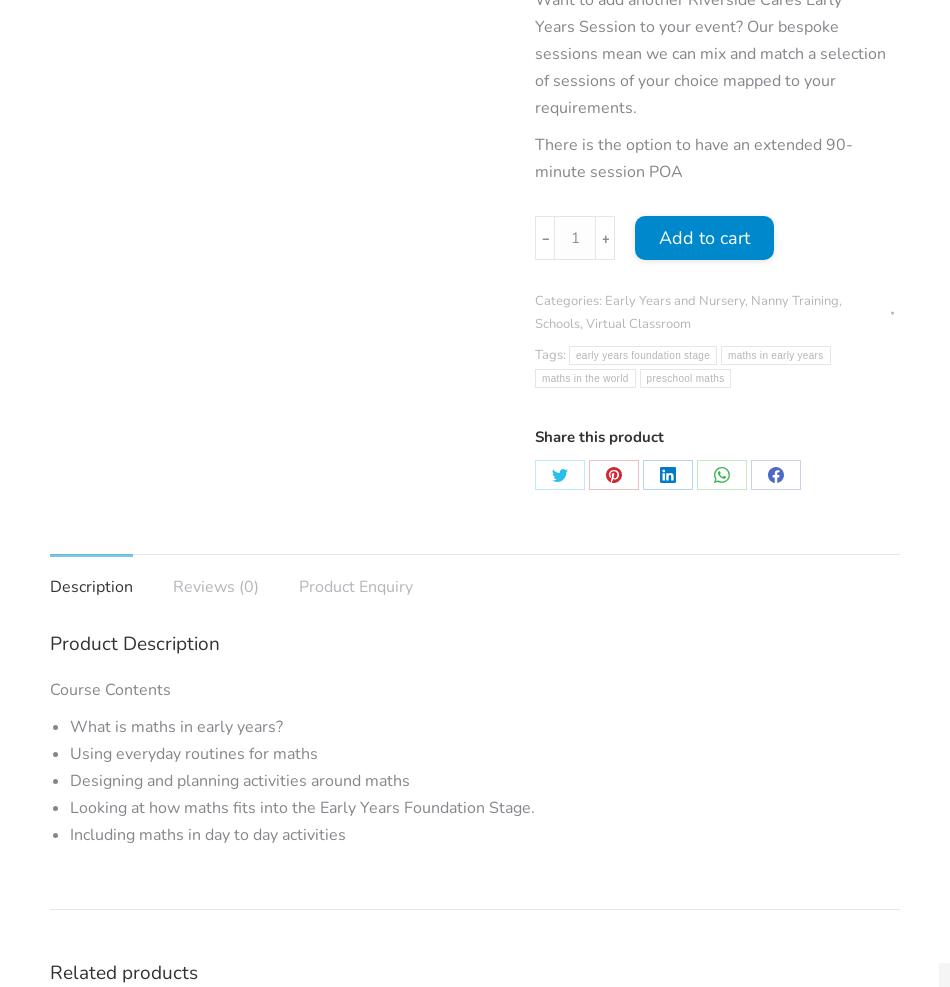 The width and height of the screenshot is (950, 987). Describe the element at coordinates (638, 323) in the screenshot. I see `'Virtual Classroom'` at that location.